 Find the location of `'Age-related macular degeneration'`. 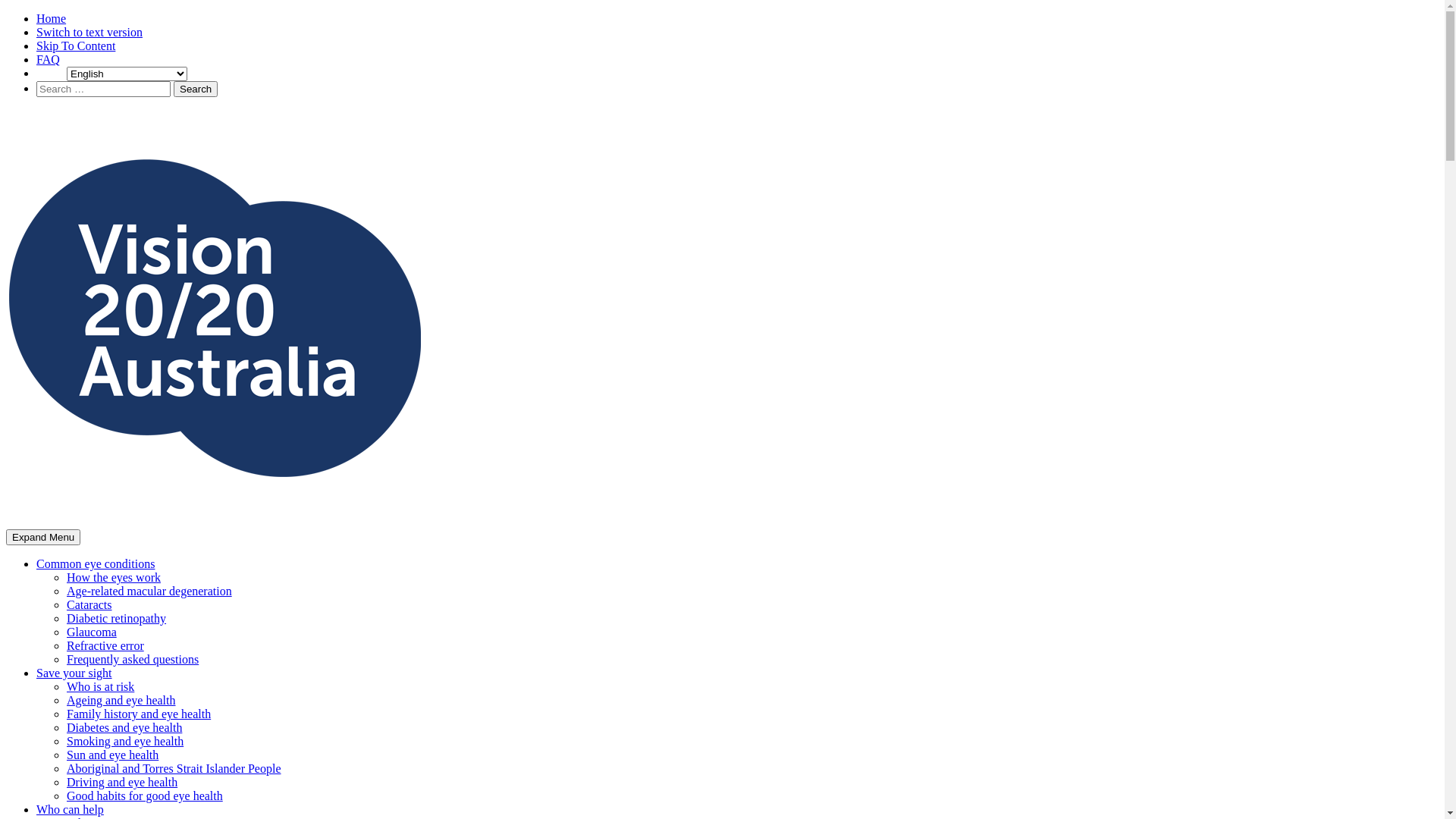

'Age-related macular degeneration' is located at coordinates (149, 590).